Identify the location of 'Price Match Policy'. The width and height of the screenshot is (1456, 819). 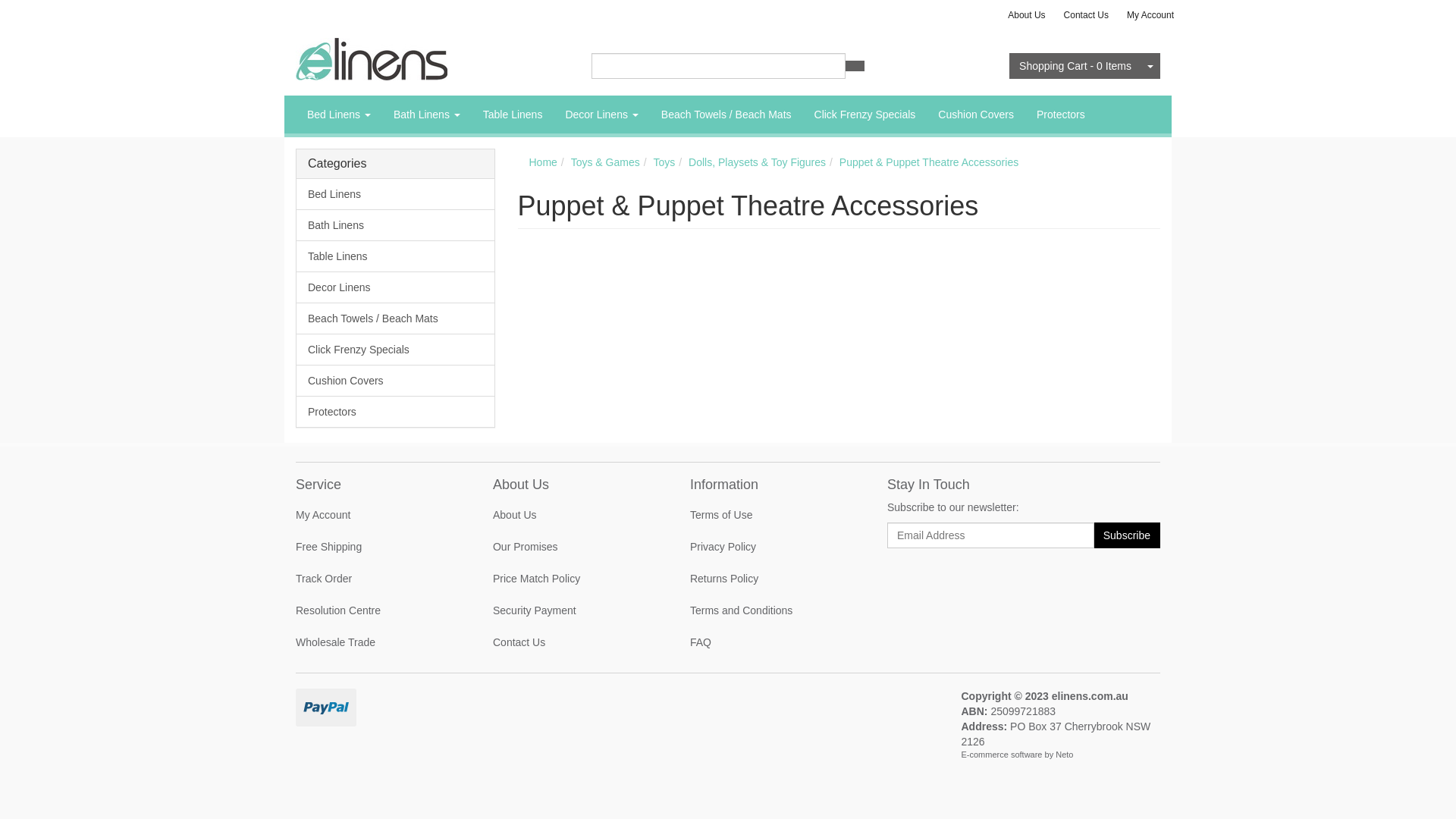
(573, 579).